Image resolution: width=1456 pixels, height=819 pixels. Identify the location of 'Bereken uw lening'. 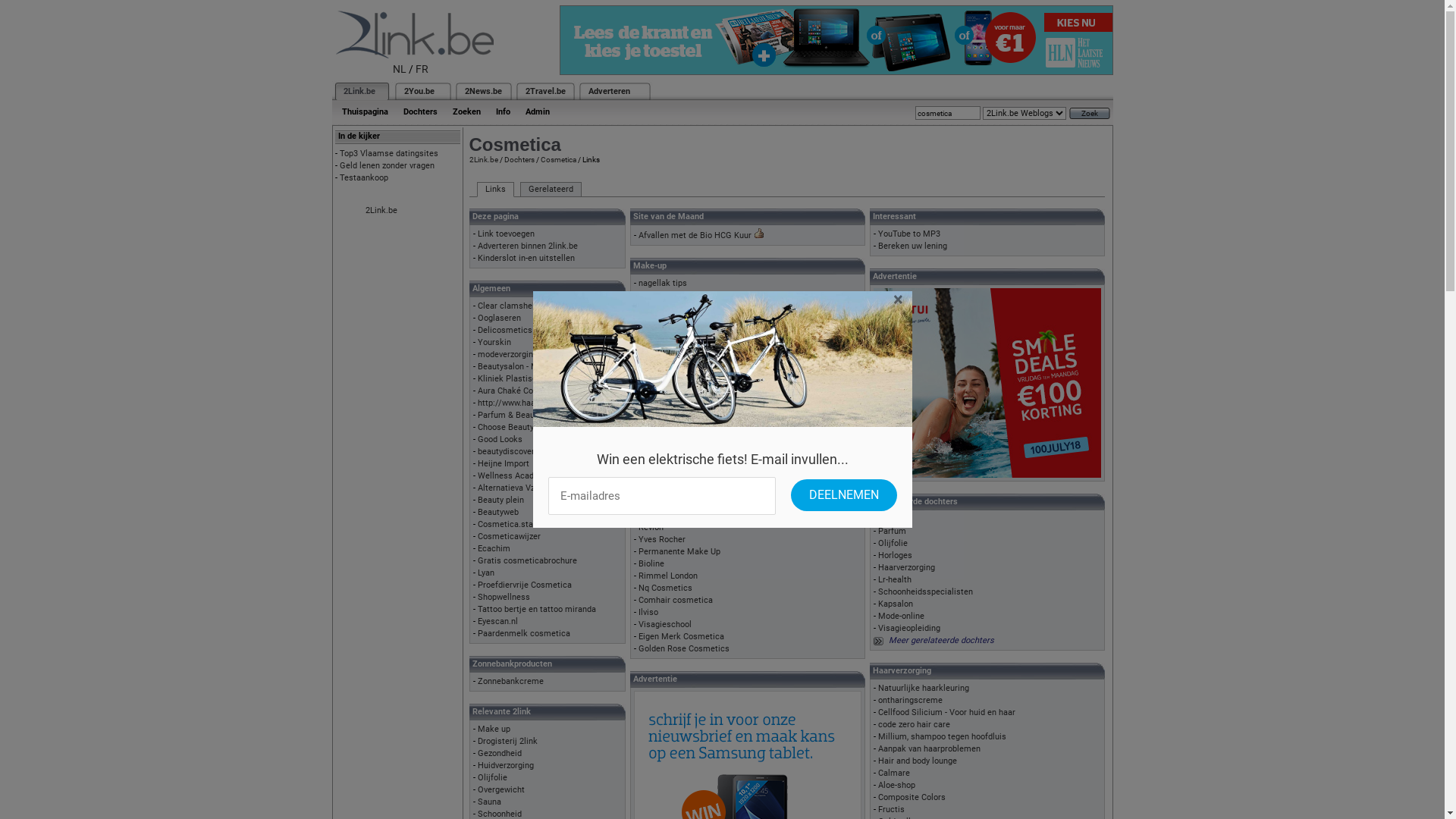
(912, 245).